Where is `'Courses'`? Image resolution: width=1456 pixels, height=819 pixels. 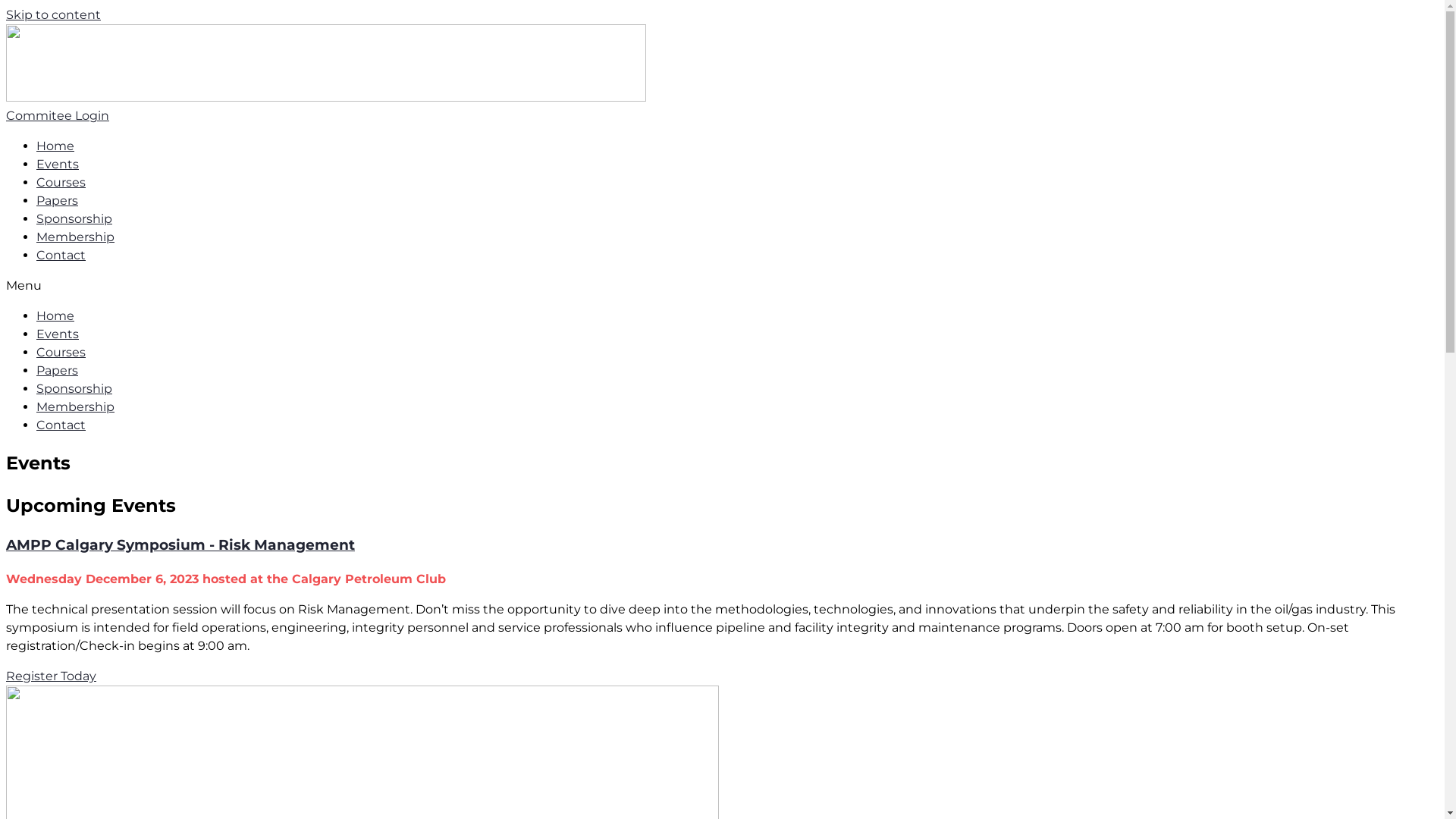 'Courses' is located at coordinates (61, 352).